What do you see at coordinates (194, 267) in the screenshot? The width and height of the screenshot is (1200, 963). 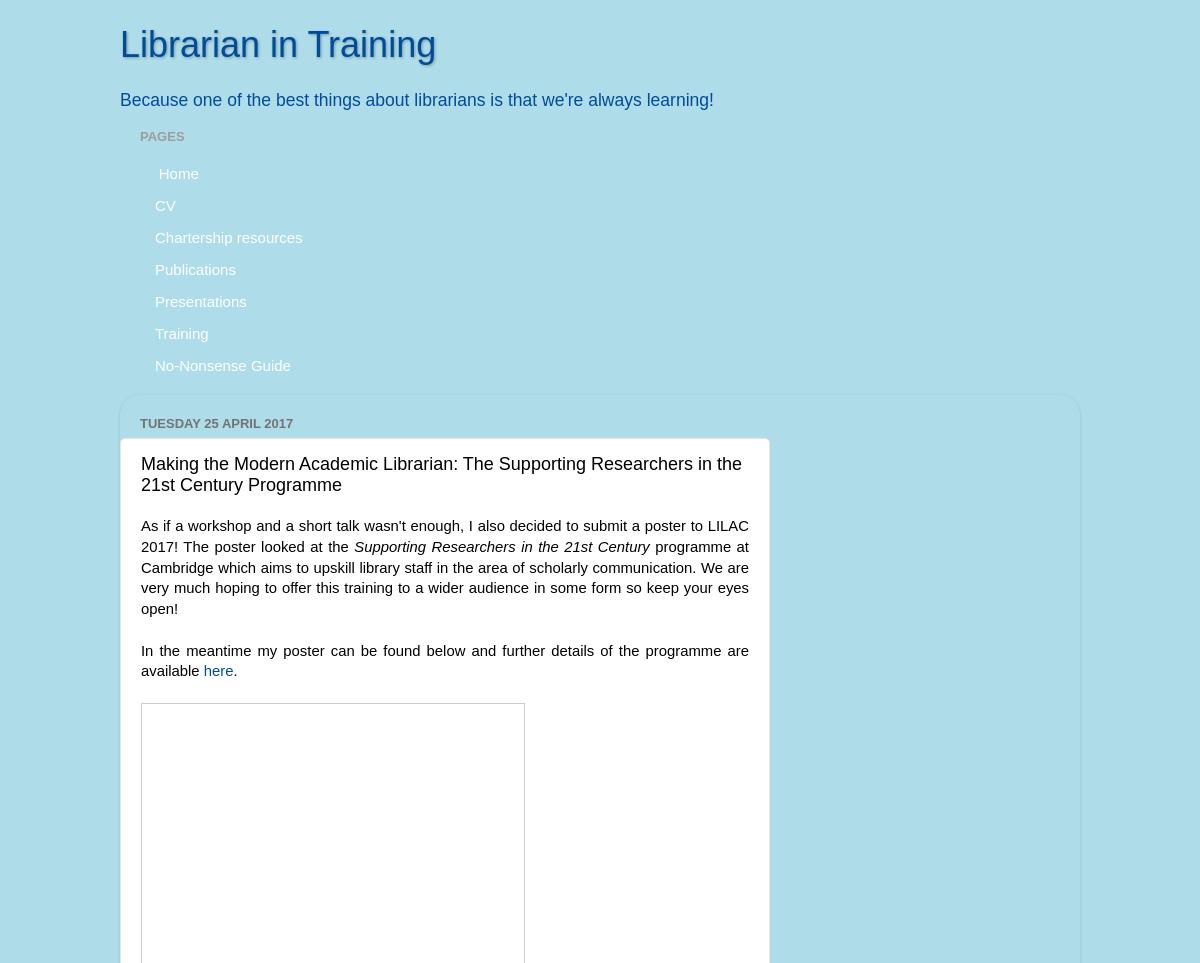 I see `'Publications'` at bounding box center [194, 267].